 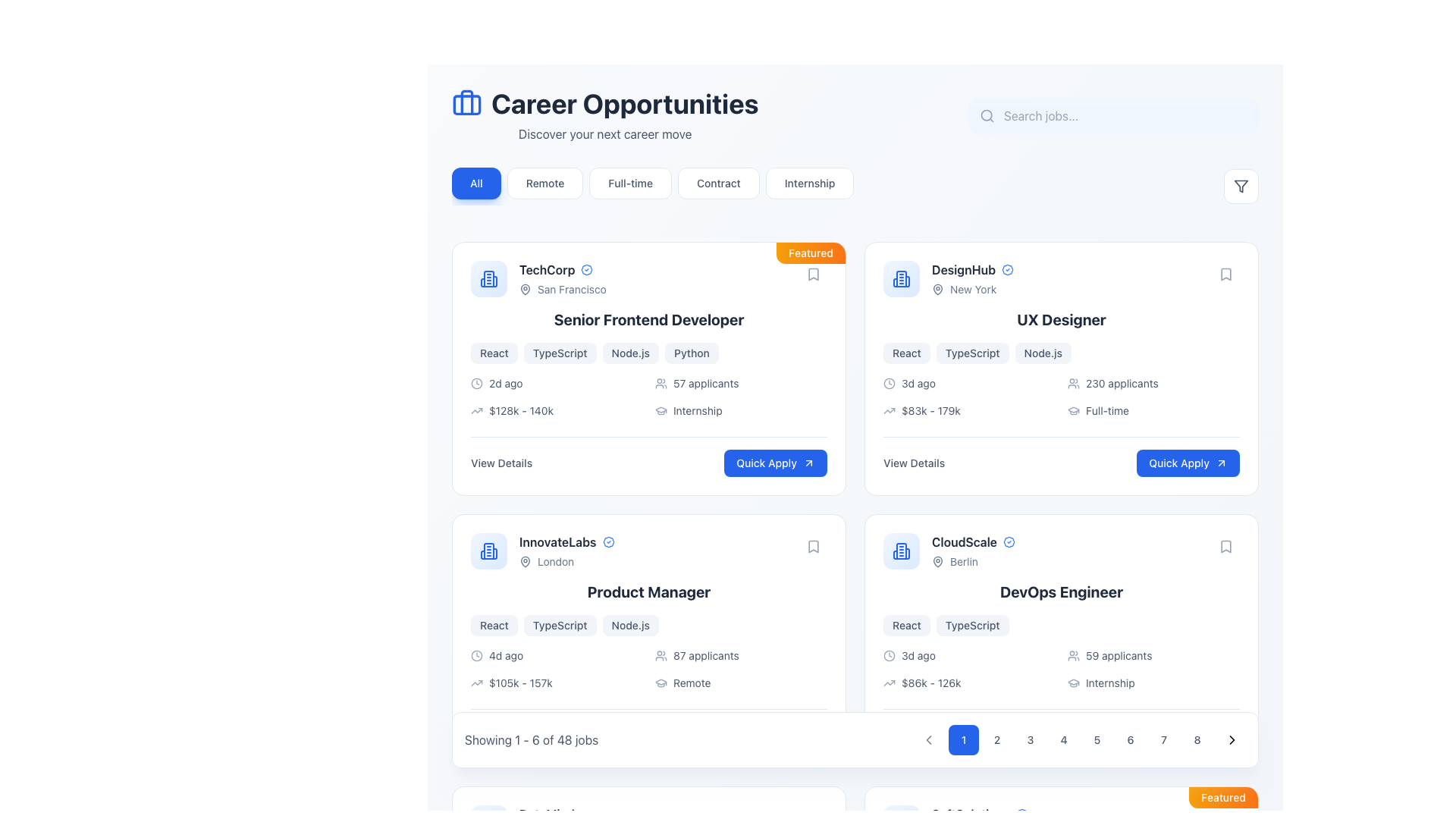 I want to click on the central part of the search icon, which is represented by the SVG circle element located at the right side of the header section, next to the job search text input field, so click(x=987, y=115).